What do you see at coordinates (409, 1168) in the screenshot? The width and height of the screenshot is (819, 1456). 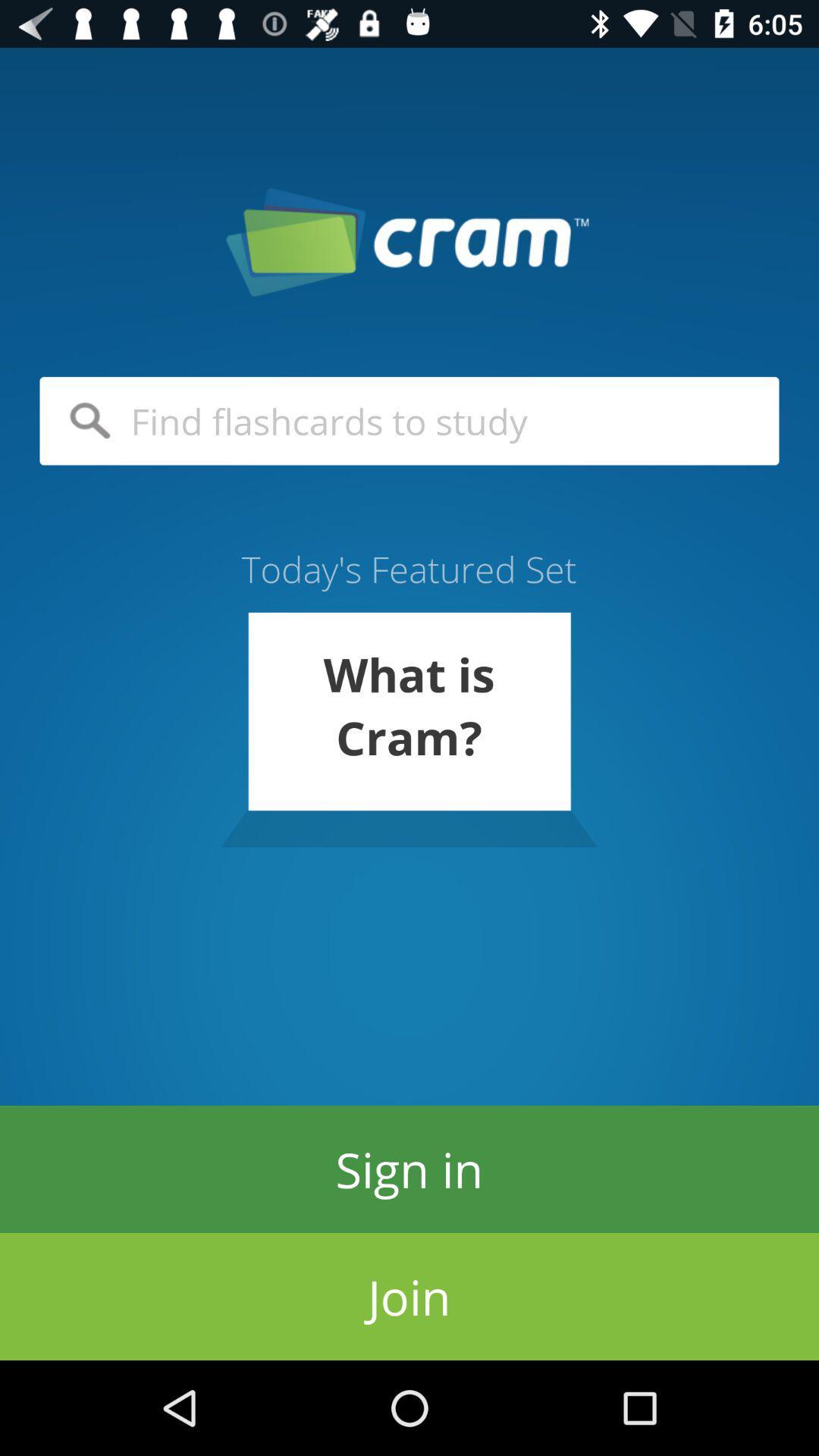 I see `the sign in` at bounding box center [409, 1168].